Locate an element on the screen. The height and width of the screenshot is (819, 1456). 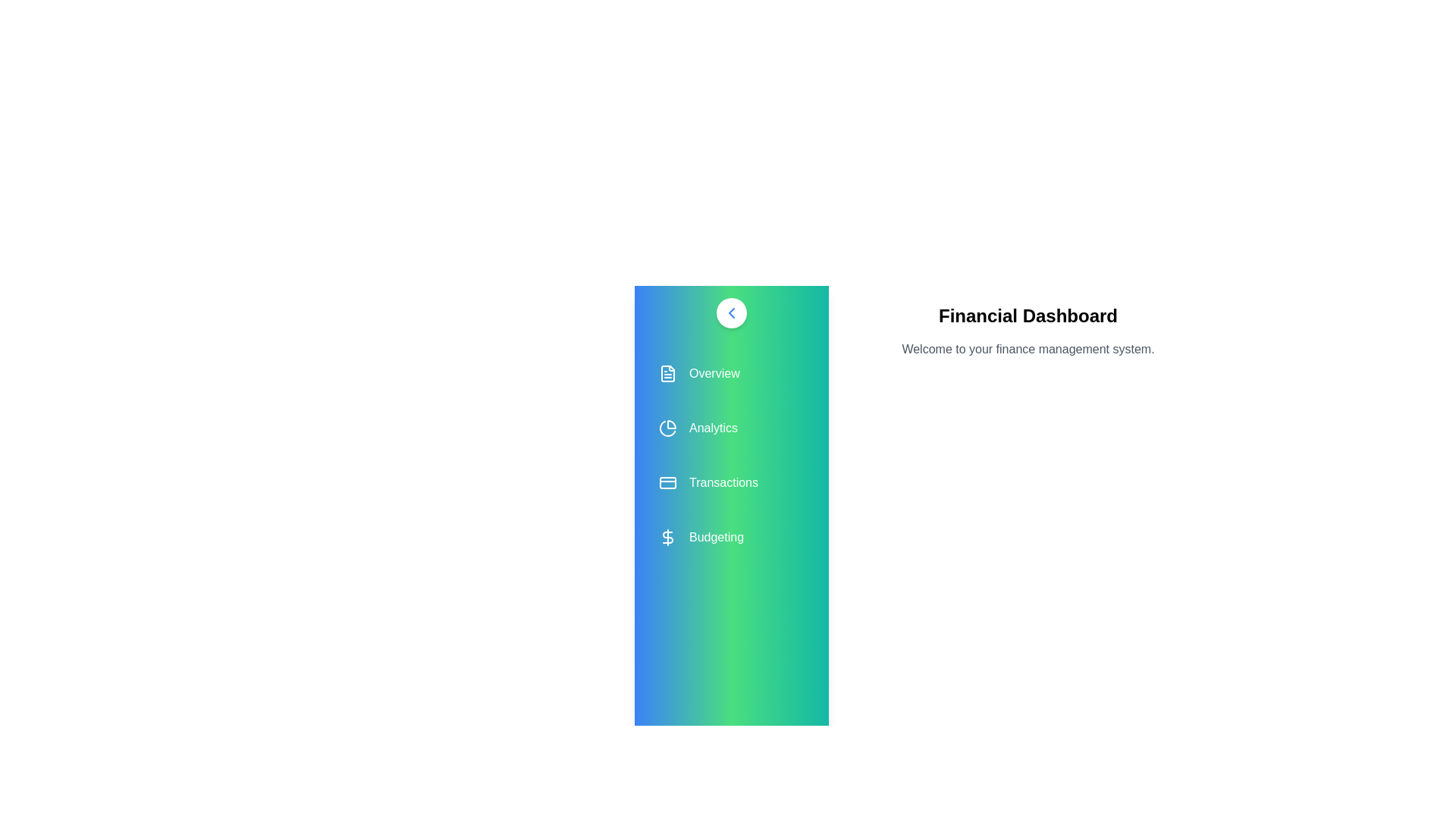
the menu option Analytics from the FinancialDrawer is located at coordinates (731, 428).